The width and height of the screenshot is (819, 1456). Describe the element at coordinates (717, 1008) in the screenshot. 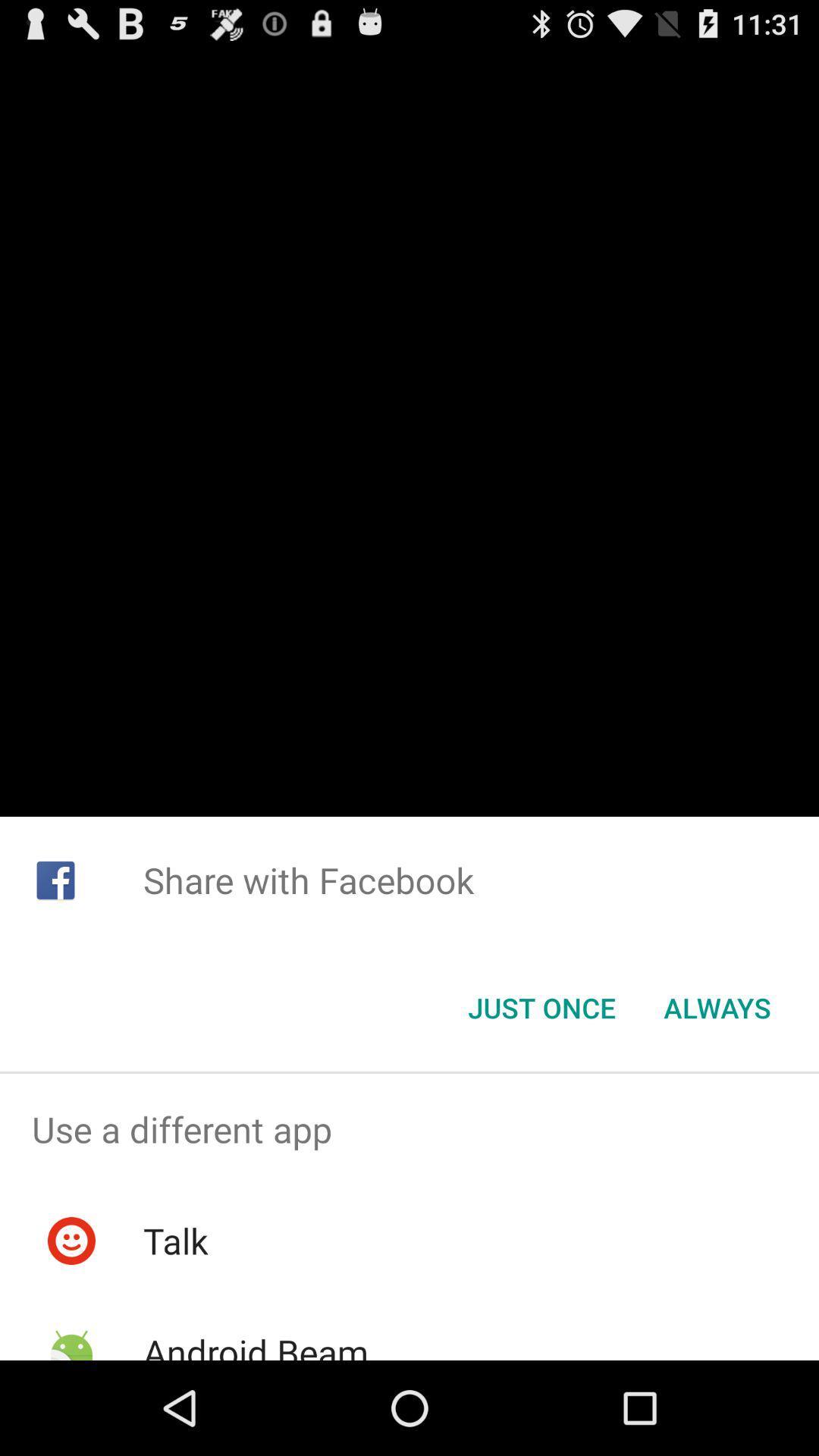

I see `always button` at that location.